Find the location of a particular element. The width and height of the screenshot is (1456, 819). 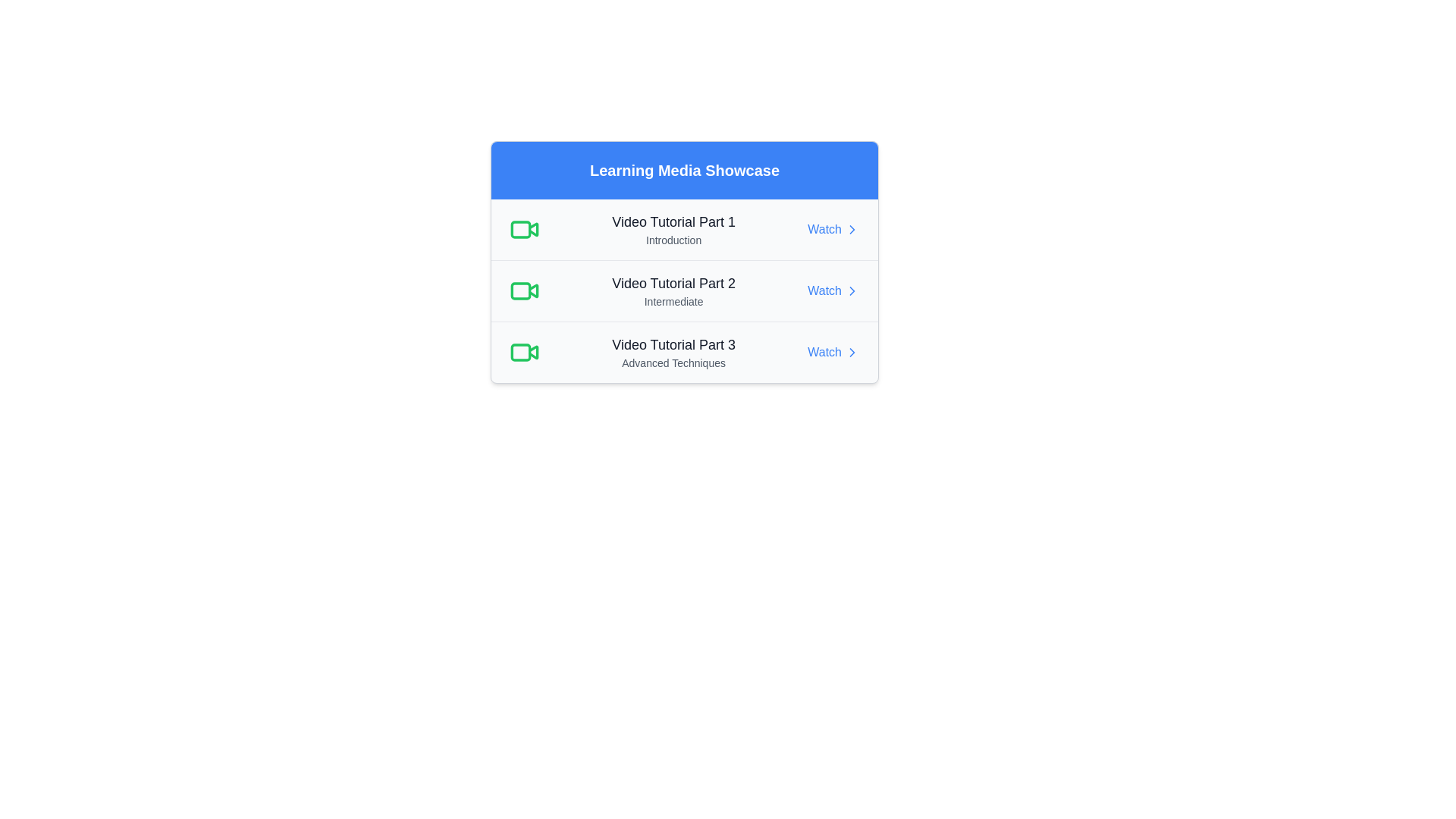

the small green rectangle icon with rounded edges located to the left of the list item labeled 'Video Tutorial Part 1' is located at coordinates (520, 230).